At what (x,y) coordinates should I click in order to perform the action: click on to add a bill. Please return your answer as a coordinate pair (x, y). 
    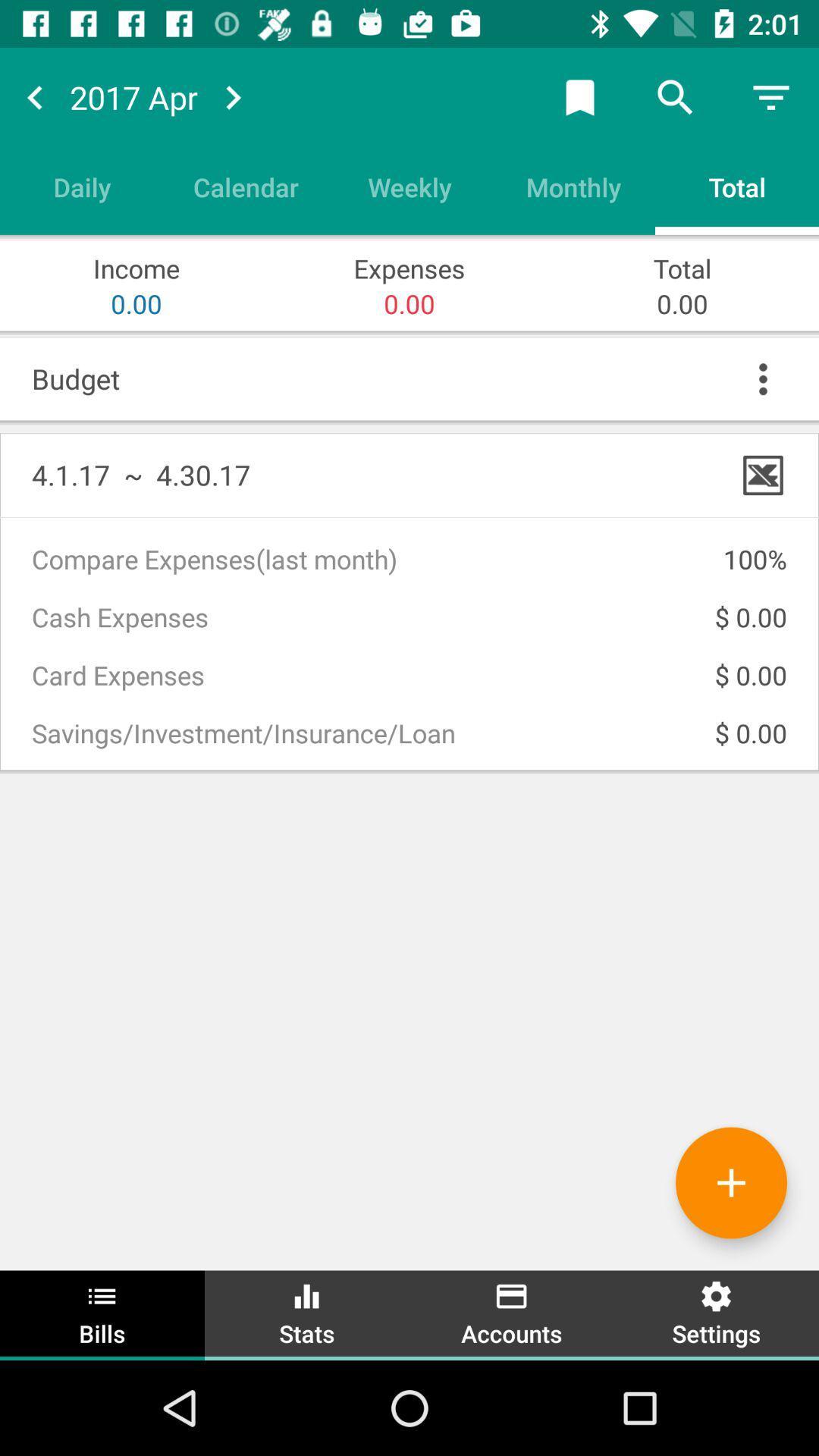
    Looking at the image, I should click on (730, 1182).